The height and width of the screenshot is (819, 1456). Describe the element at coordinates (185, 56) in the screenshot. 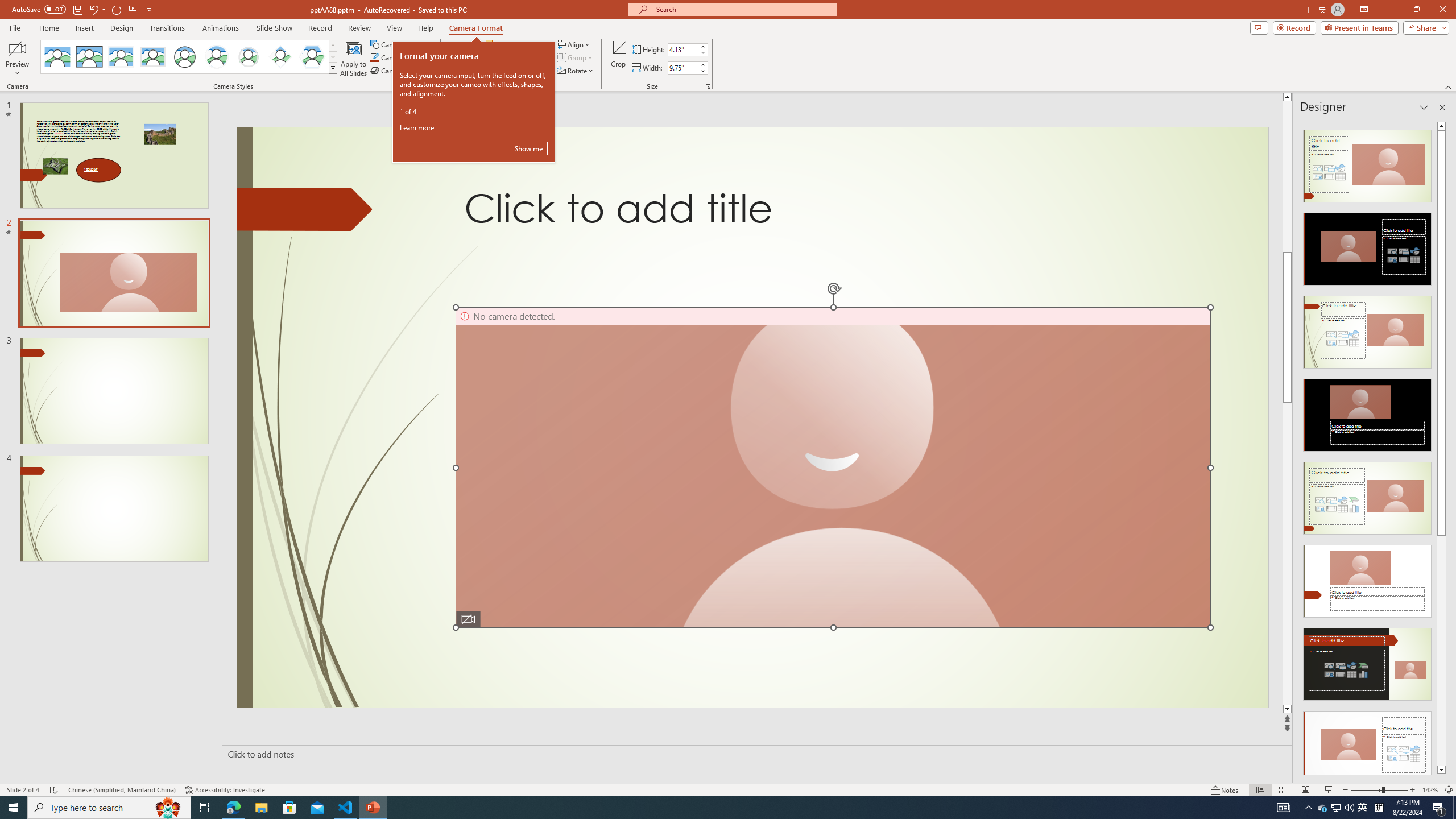

I see `'Simple Frame Circle'` at that location.